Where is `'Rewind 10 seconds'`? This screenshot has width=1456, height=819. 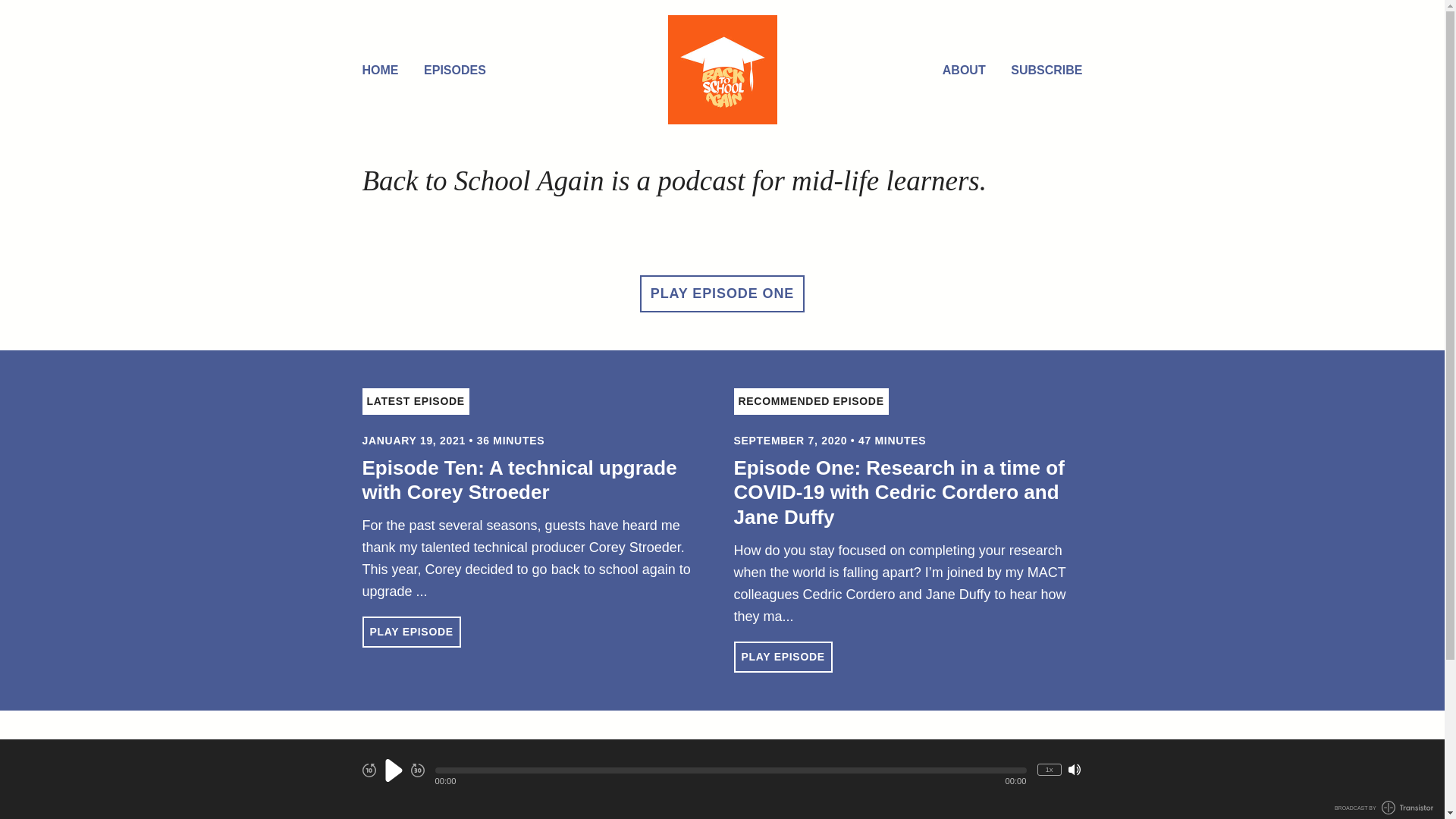
'Rewind 10 seconds' is located at coordinates (369, 769).